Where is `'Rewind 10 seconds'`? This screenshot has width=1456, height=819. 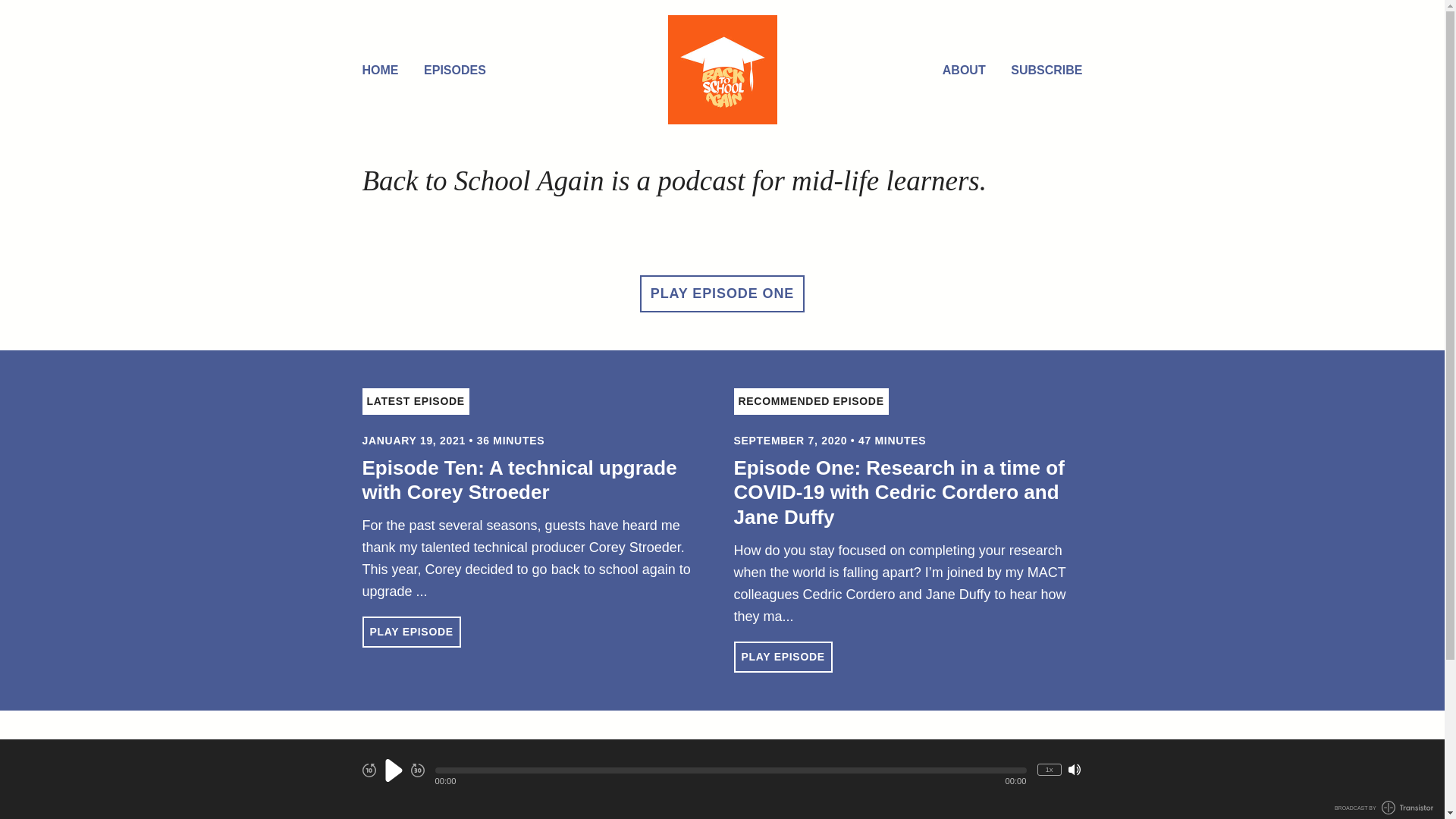
'Rewind 10 seconds' is located at coordinates (369, 769).